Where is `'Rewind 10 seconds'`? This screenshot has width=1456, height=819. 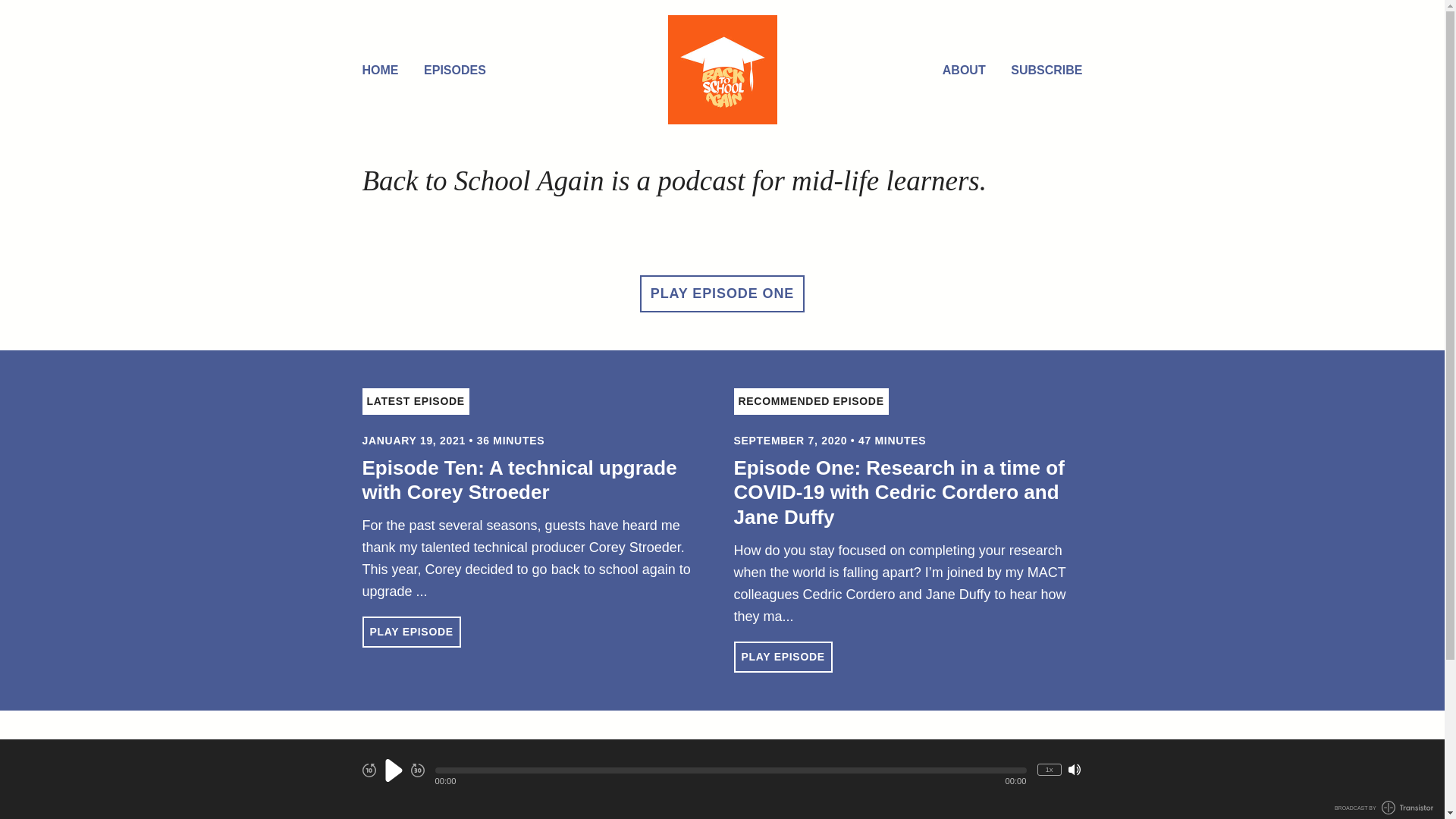
'Rewind 10 seconds' is located at coordinates (369, 769).